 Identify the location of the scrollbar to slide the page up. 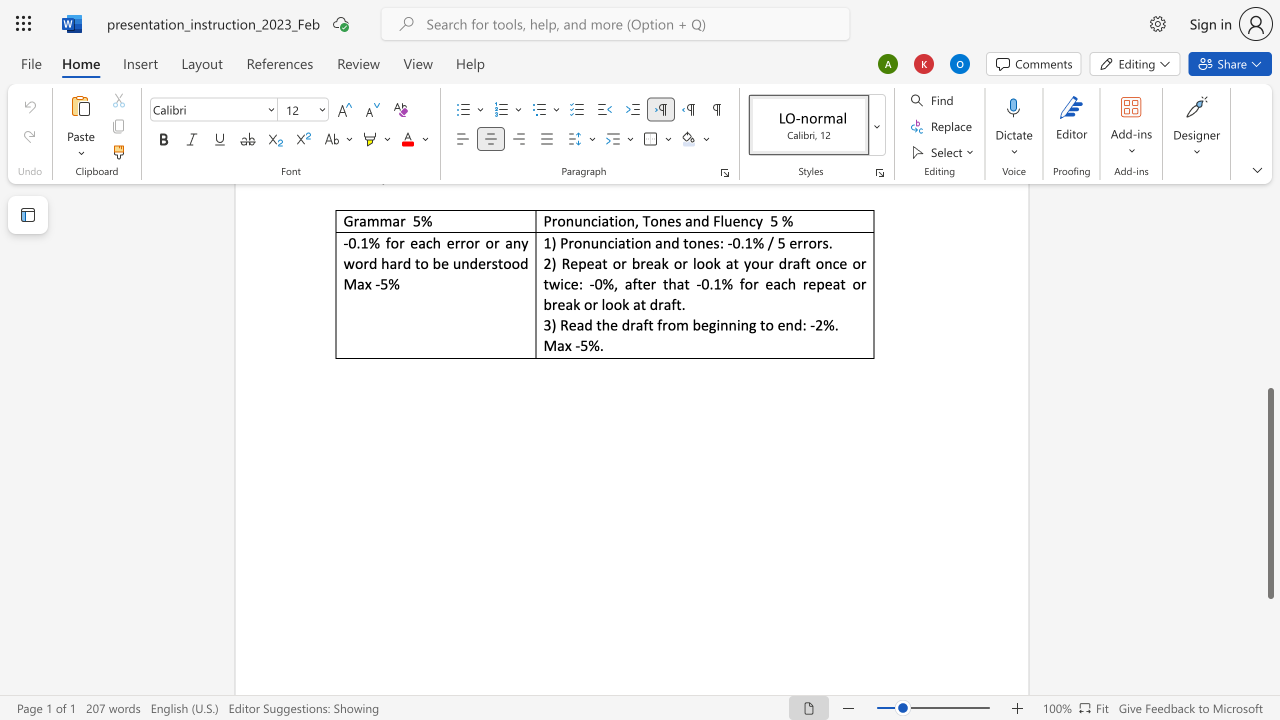
(1269, 248).